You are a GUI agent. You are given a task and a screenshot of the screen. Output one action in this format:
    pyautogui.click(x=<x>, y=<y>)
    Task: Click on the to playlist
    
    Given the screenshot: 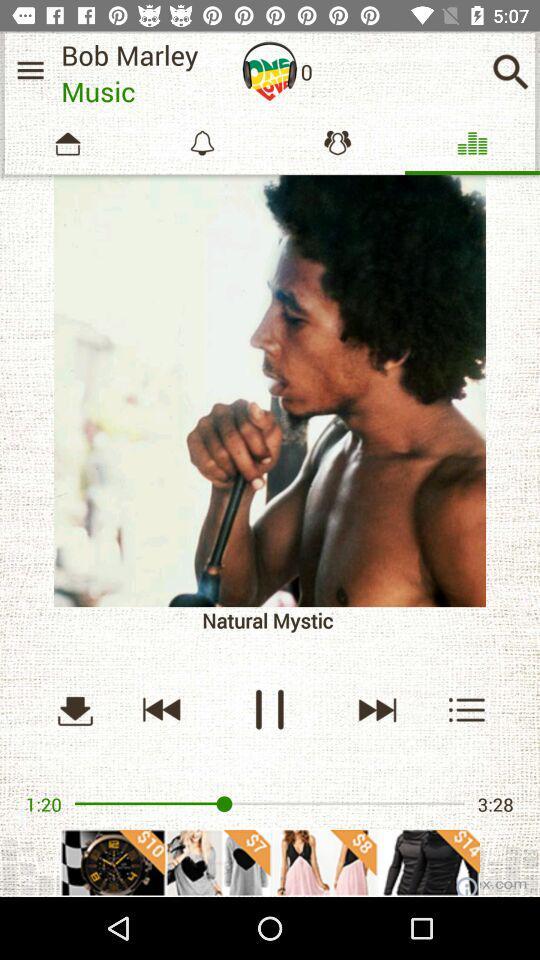 What is the action you would take?
    pyautogui.click(x=467, y=709)
    